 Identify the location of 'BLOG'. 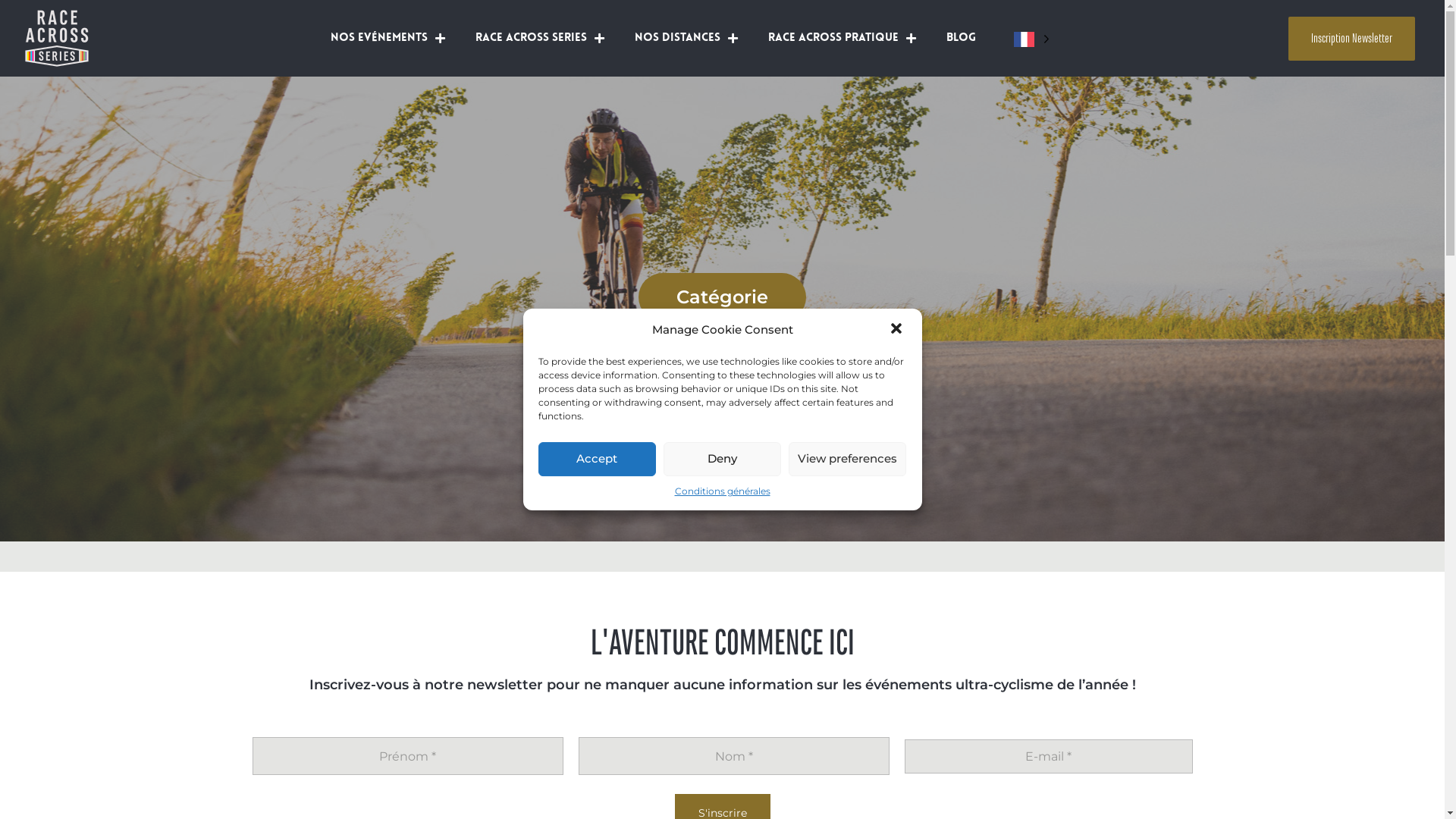
(960, 37).